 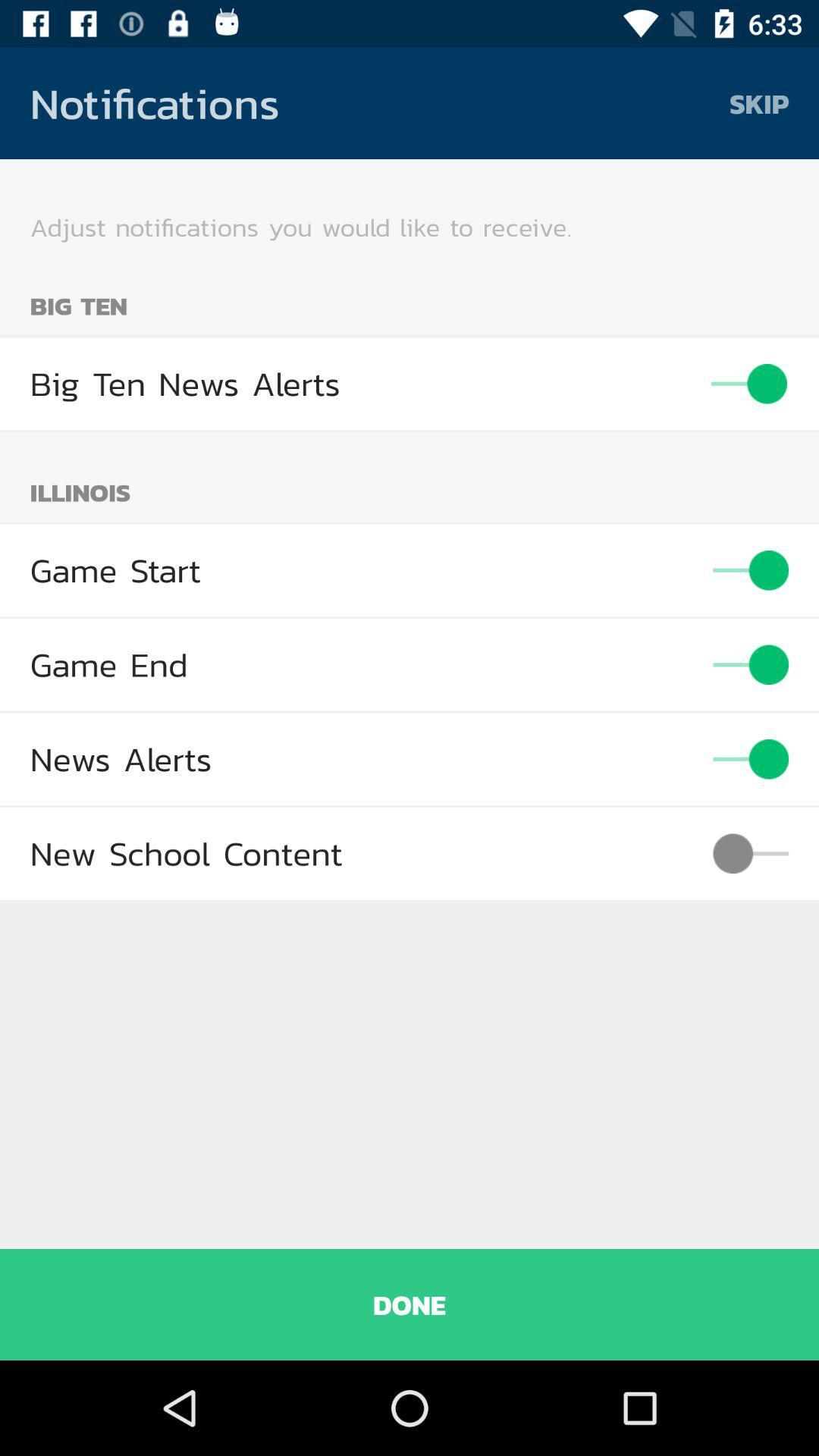 I want to click on the icon next to the notifications, so click(x=759, y=102).